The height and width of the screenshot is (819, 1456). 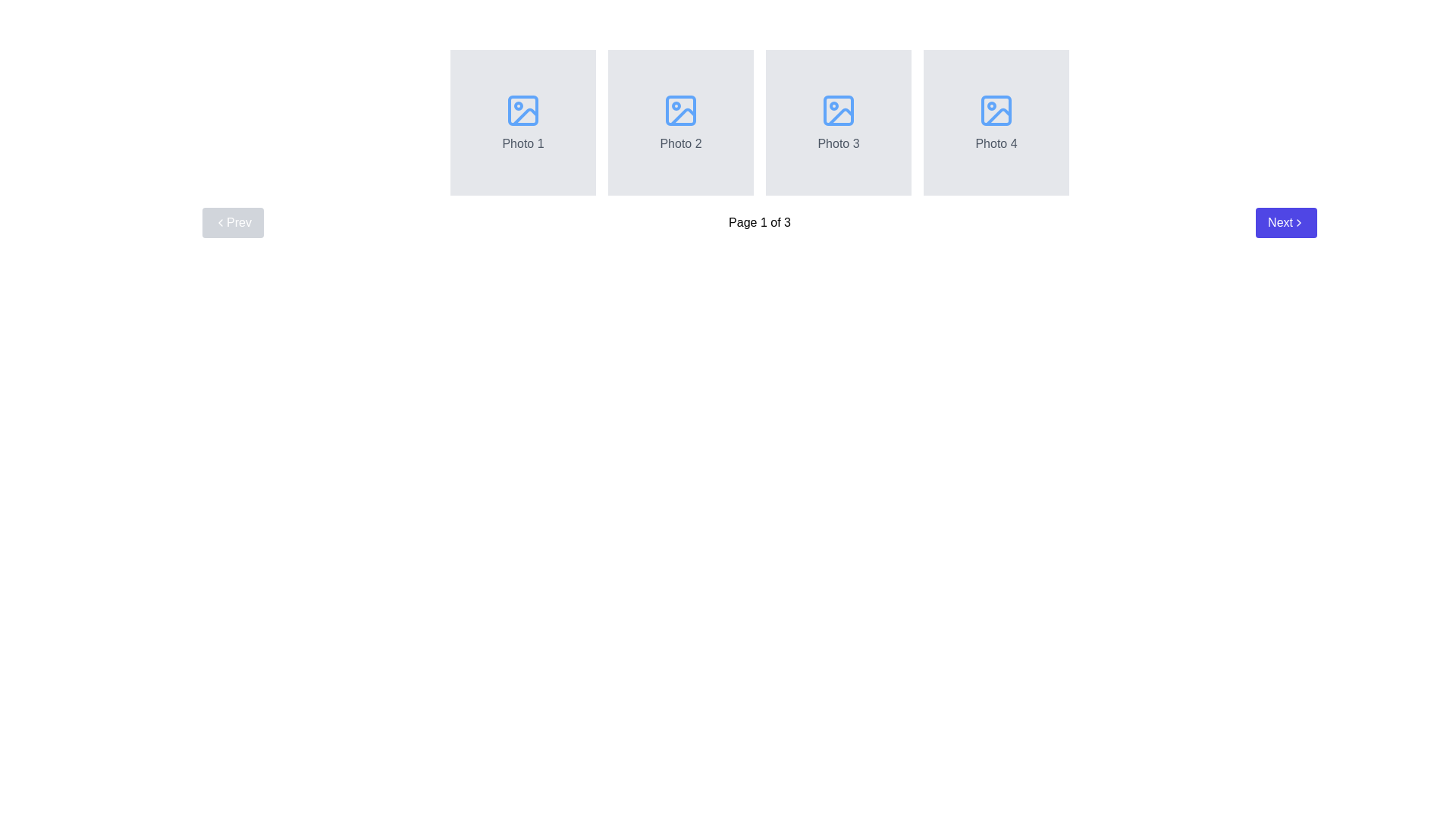 What do you see at coordinates (837, 110) in the screenshot?
I see `the 'Photo 3' icon, which is a light blue outlined image icon with a central circle and the label 'Photo 3' below it` at bounding box center [837, 110].